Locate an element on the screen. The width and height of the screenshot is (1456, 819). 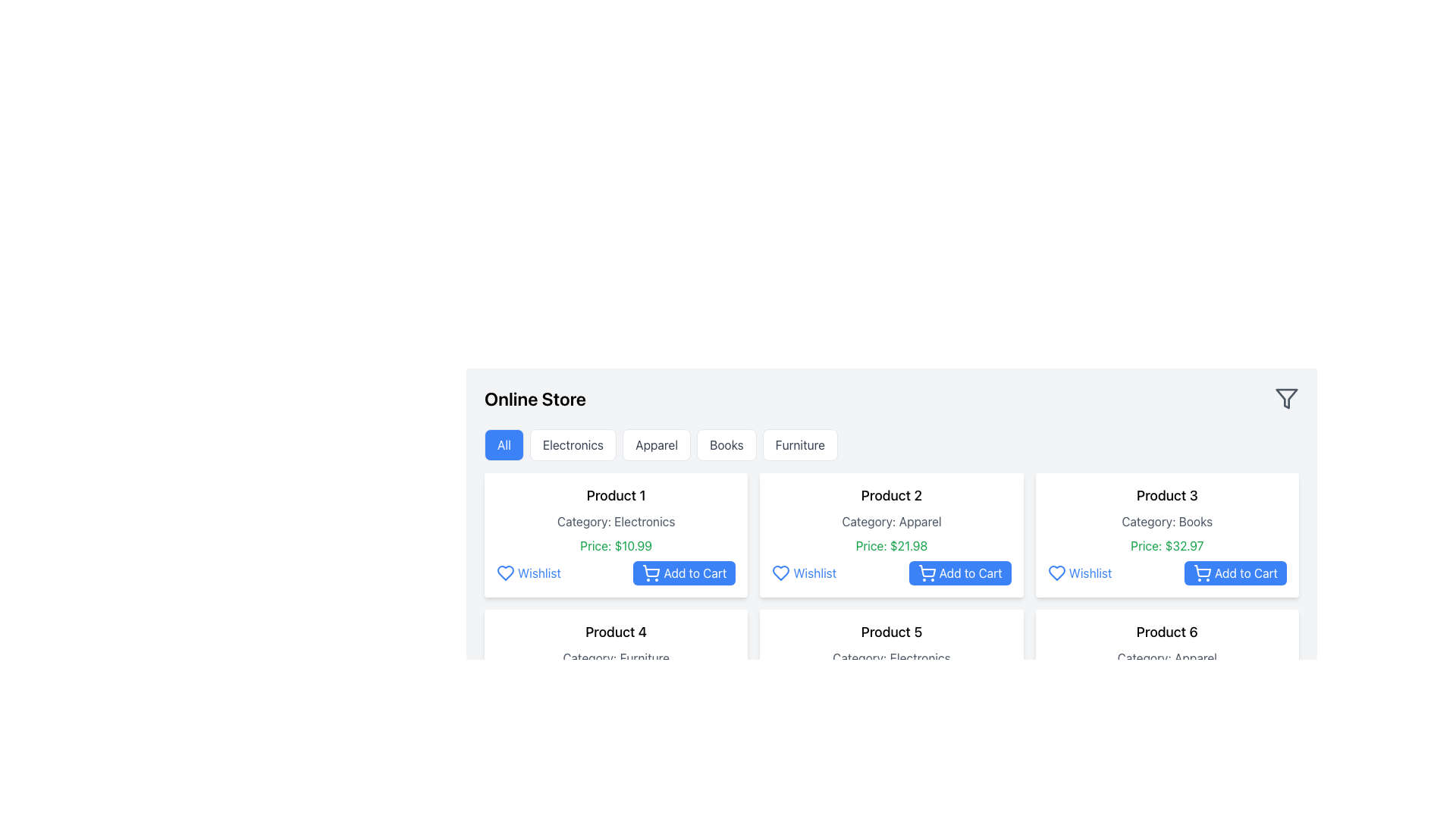
the static text label that reads 'Category: Apparel', which is located below the 'Product 6' header and above the price information in the product card layout is located at coordinates (1166, 657).